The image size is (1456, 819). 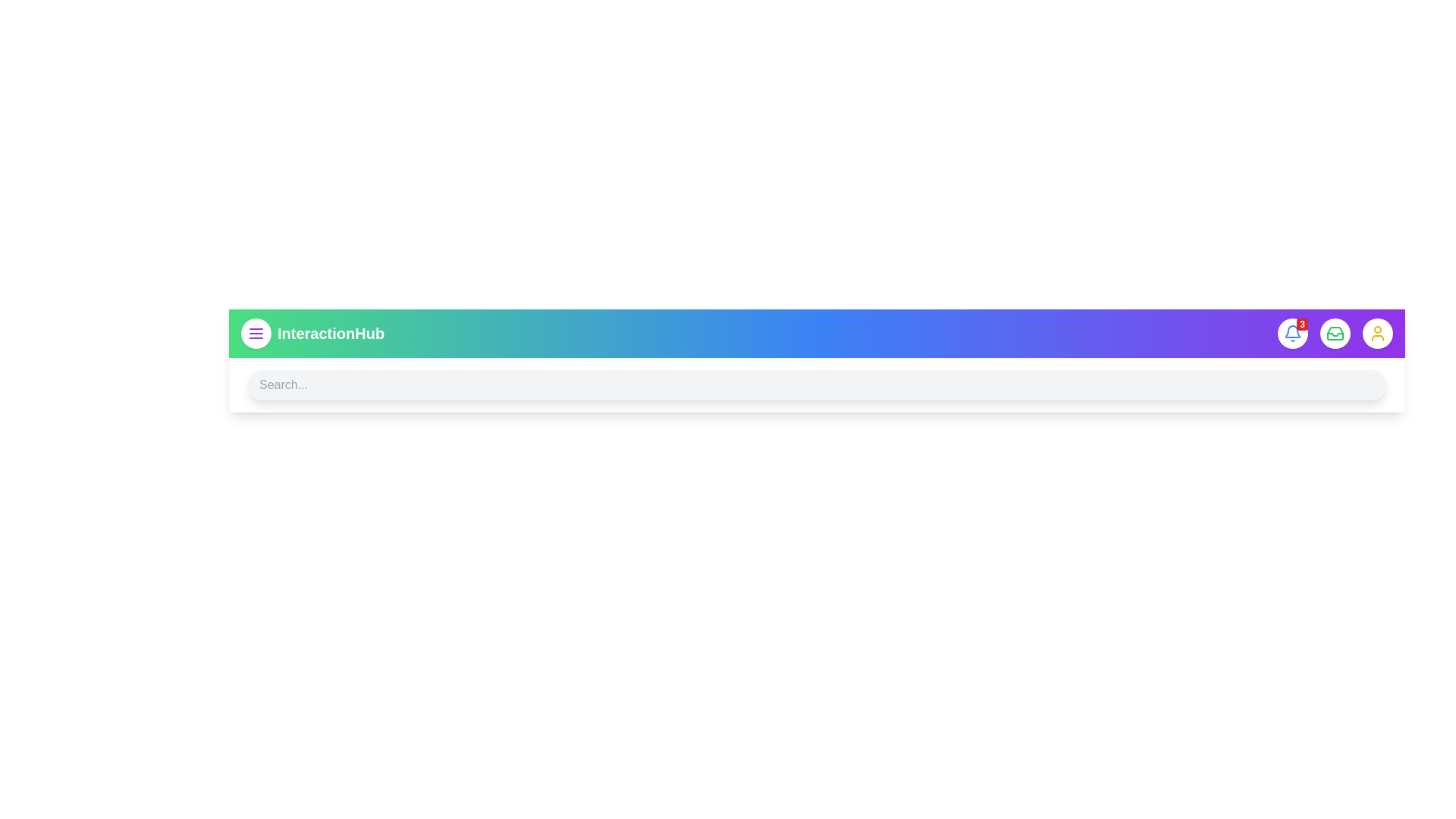 What do you see at coordinates (256, 332) in the screenshot?
I see `the menu icon to toggle the menu visibility` at bounding box center [256, 332].